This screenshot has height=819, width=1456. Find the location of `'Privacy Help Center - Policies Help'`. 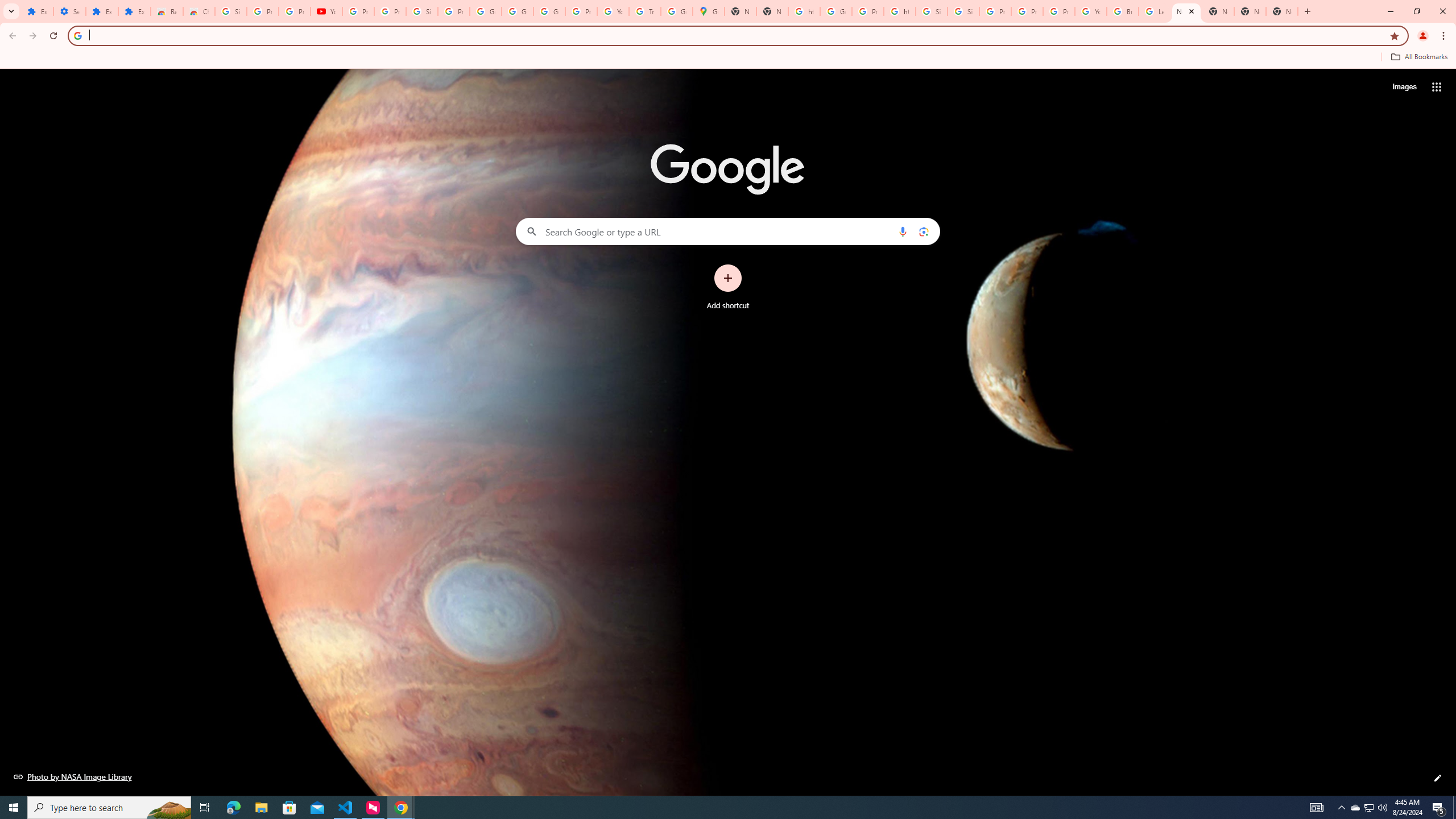

'Privacy Help Center - Policies Help' is located at coordinates (1027, 11).